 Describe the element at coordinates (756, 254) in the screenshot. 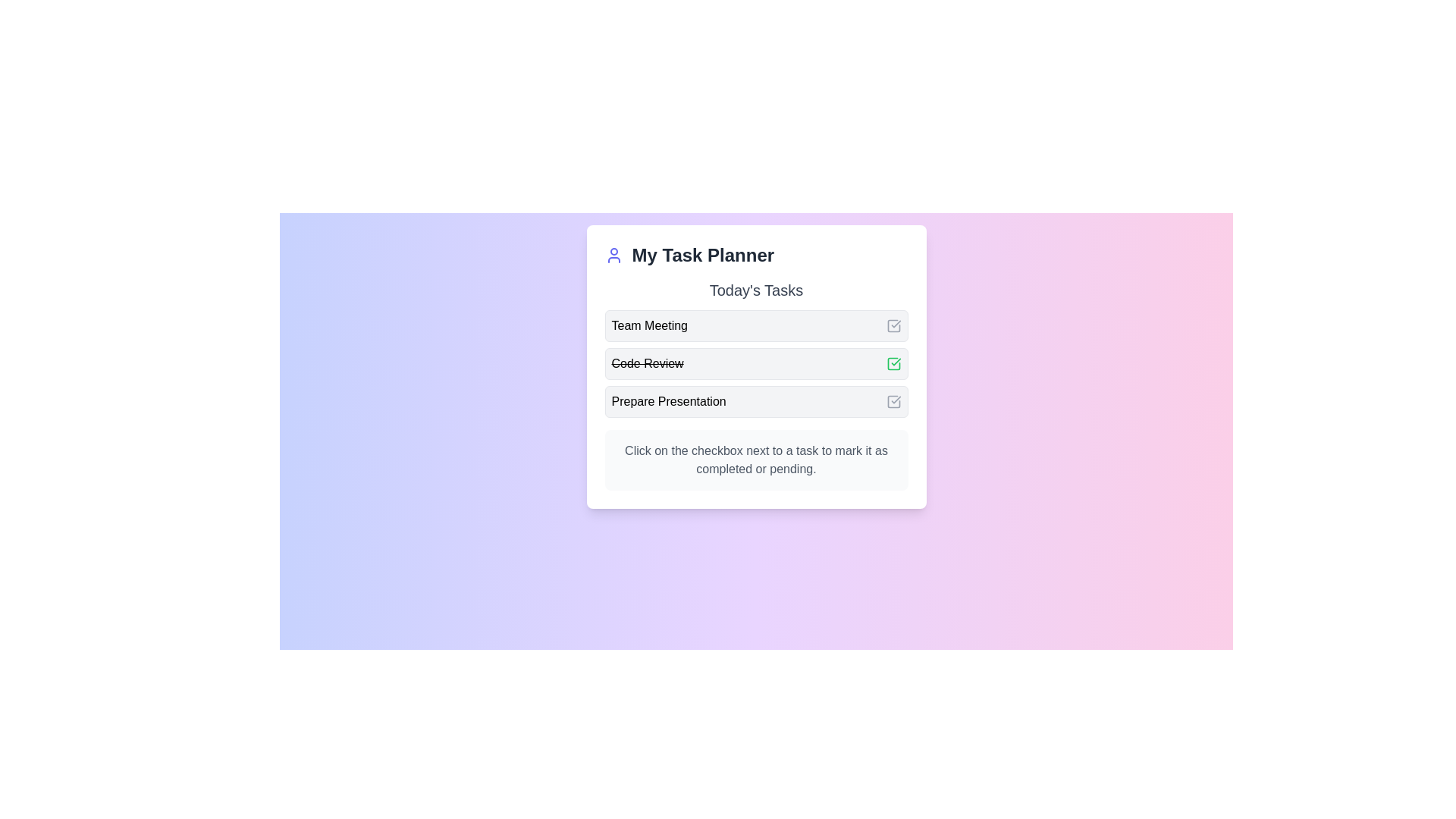

I see `textual content of the text-based header indicating the purpose of the task management widget, which is located at the top of the panel before 'Today's Tasks'` at that location.